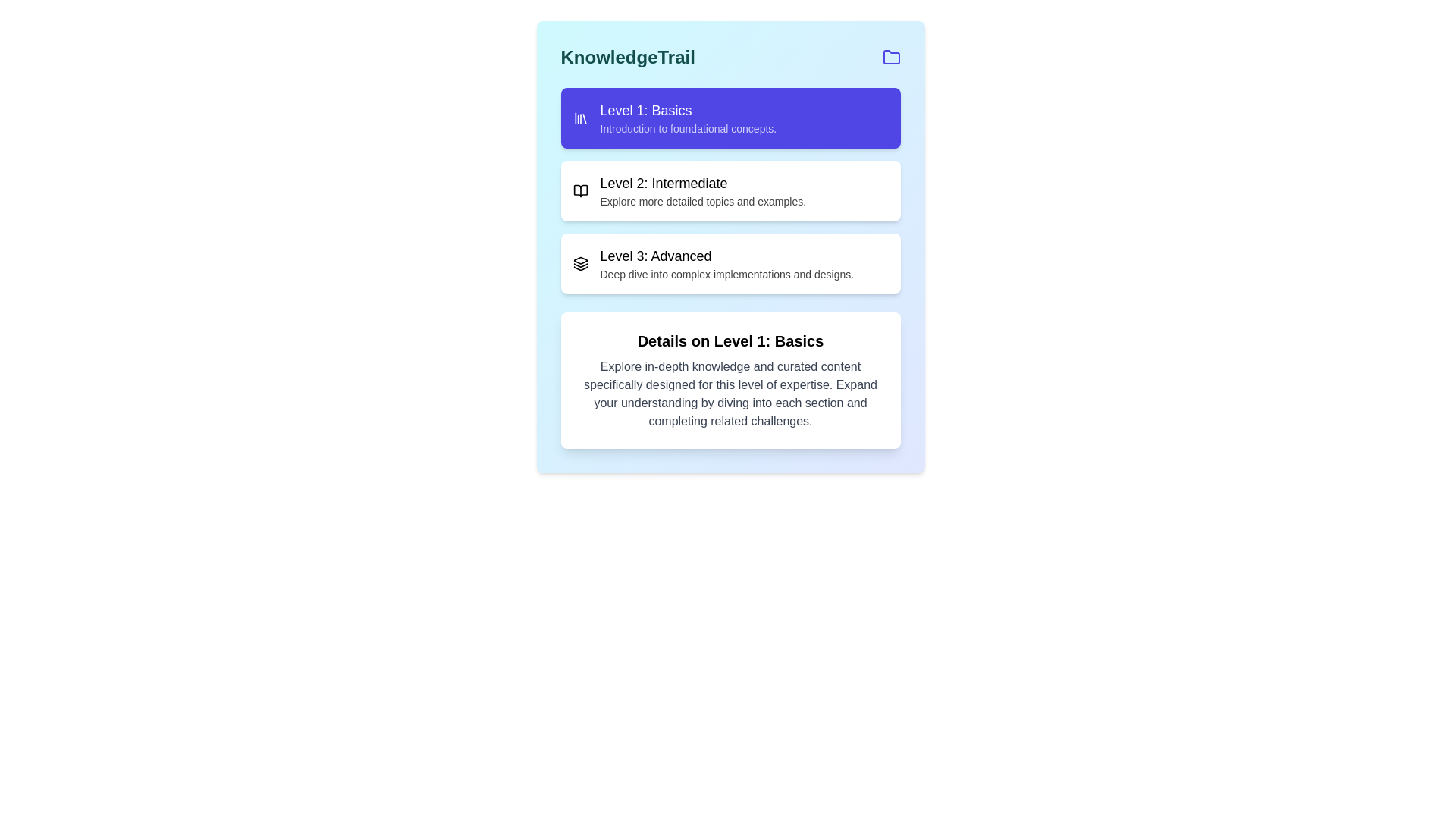  Describe the element at coordinates (628, 57) in the screenshot. I see `the bold text label 'KnowledgeTrail' which is prominently styled in teal and located at the top-left of the central blue panel` at that location.